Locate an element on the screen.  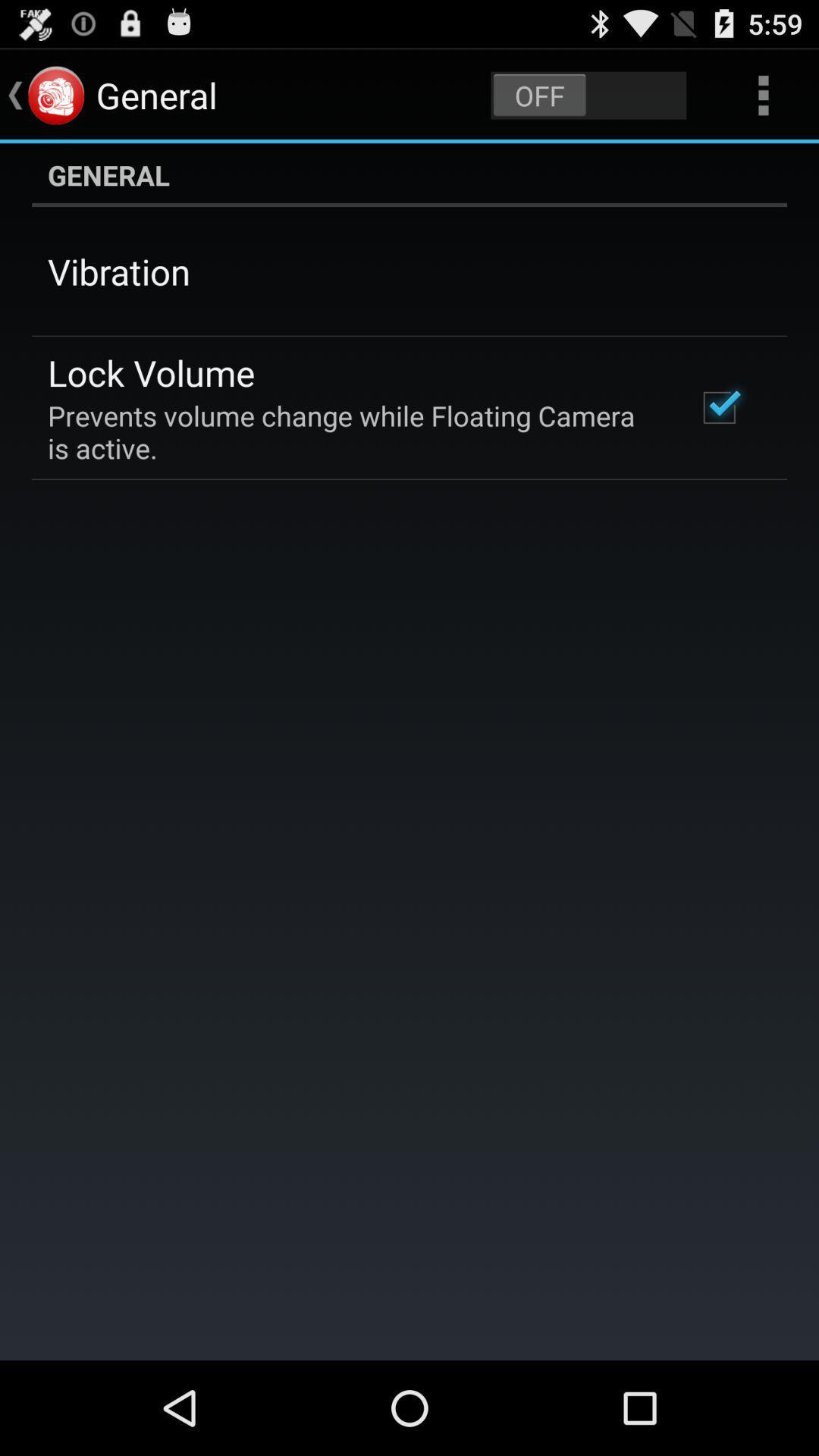
item above the general is located at coordinates (763, 94).